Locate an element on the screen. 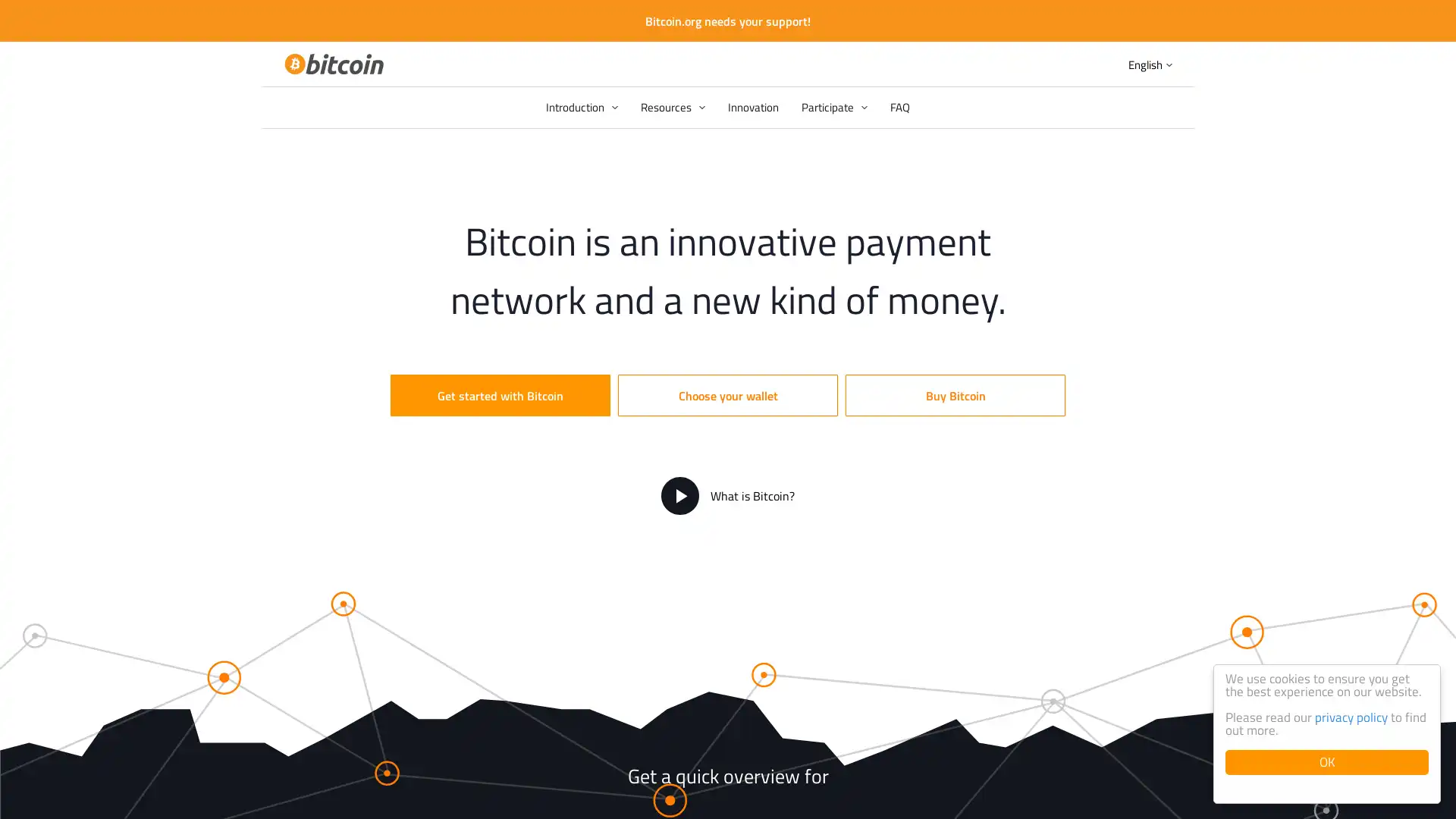 Image resolution: width=1456 pixels, height=819 pixels. What is Bitcoin? is located at coordinates (728, 496).